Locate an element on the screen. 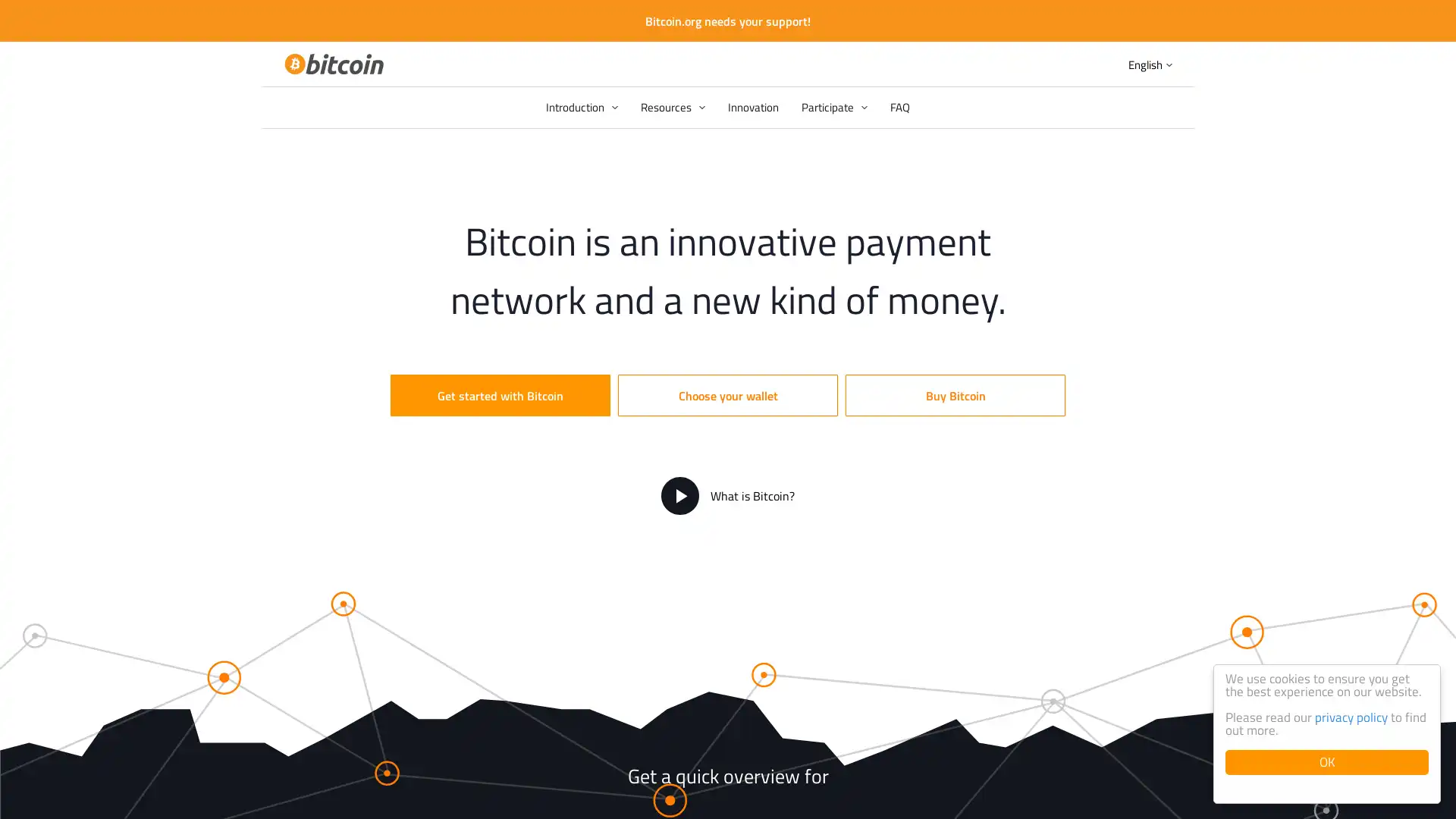 Image resolution: width=1456 pixels, height=819 pixels. What is Bitcoin? is located at coordinates (728, 496).